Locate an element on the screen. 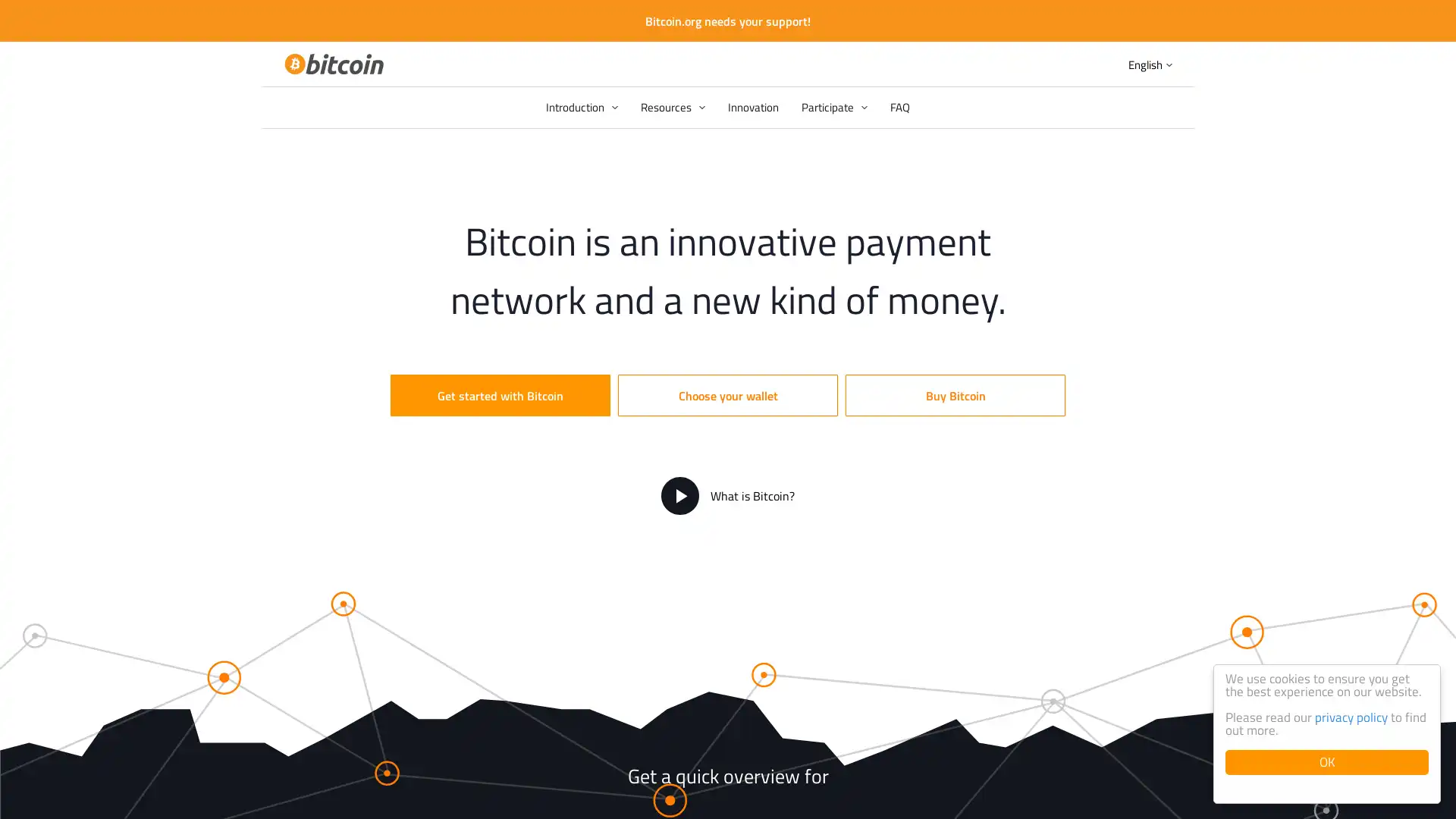 Image resolution: width=1456 pixels, height=819 pixels. What is Bitcoin? is located at coordinates (728, 496).